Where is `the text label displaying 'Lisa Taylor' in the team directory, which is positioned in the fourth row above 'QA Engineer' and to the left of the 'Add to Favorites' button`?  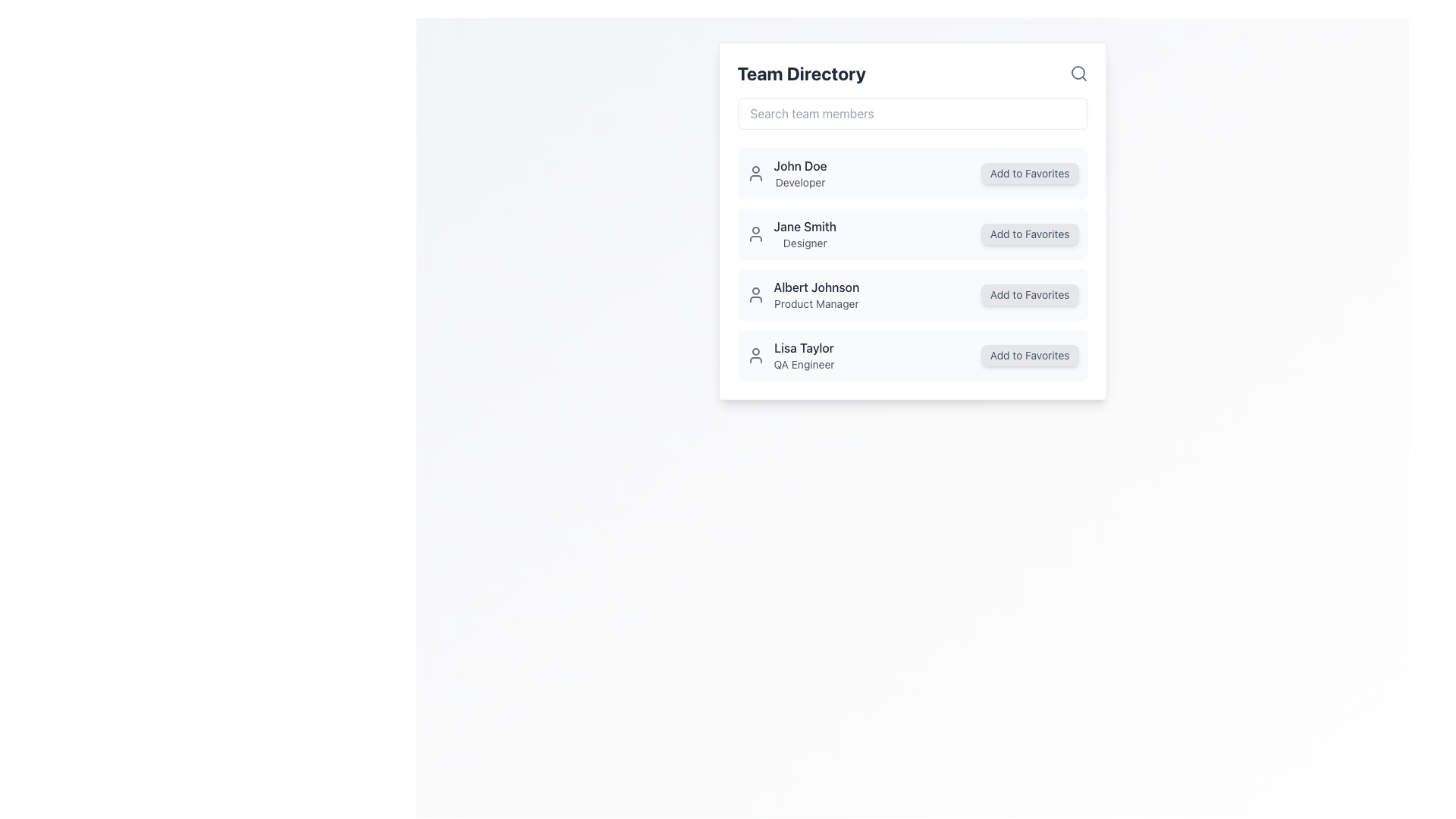 the text label displaying 'Lisa Taylor' in the team directory, which is positioned in the fourth row above 'QA Engineer' and to the left of the 'Add to Favorites' button is located at coordinates (803, 348).